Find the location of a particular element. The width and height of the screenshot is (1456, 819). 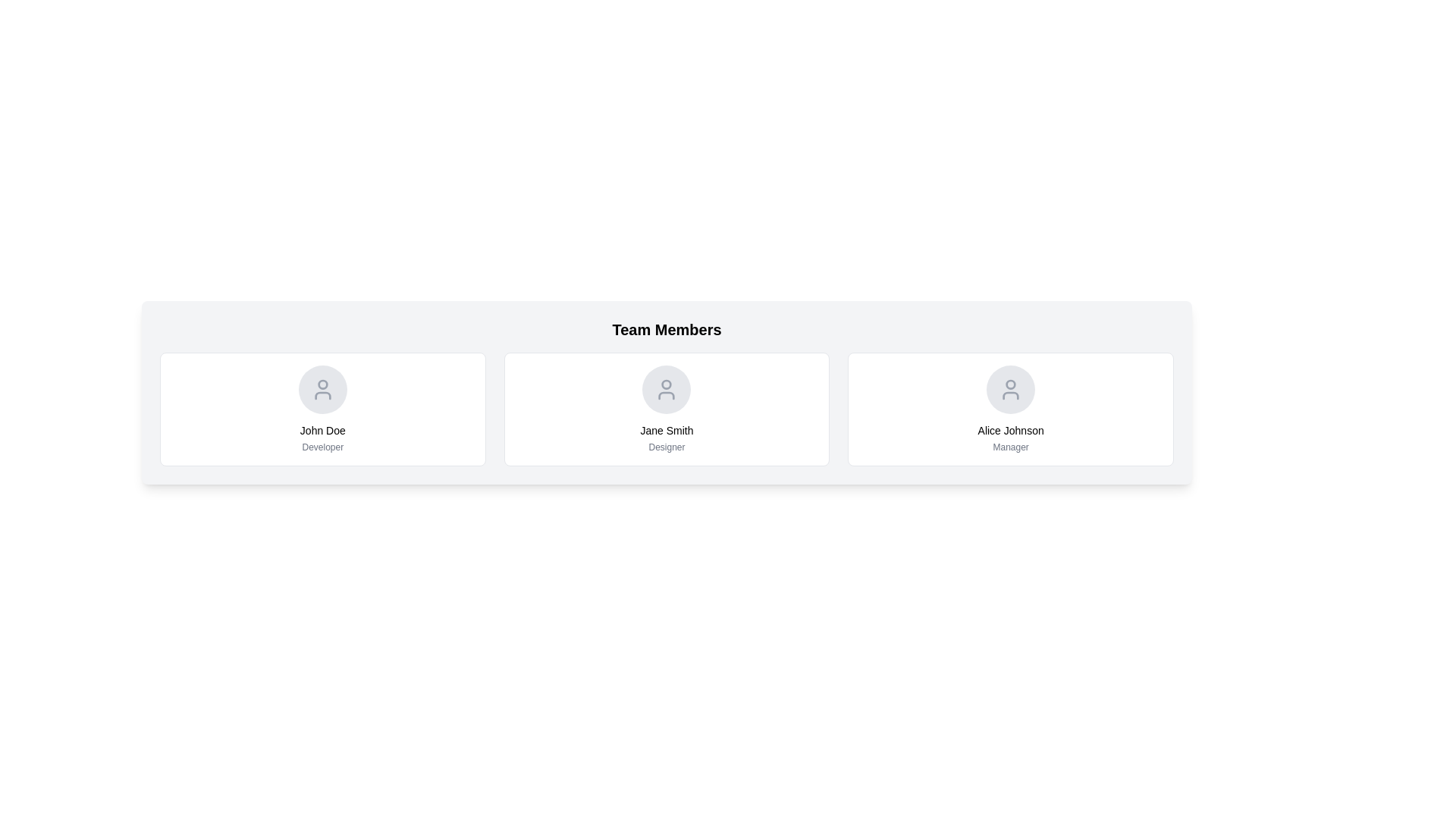

the circular gray icon with a user silhouette located at the top center of the second card containing 'Jane Smith' and 'Designer' is located at coordinates (667, 388).